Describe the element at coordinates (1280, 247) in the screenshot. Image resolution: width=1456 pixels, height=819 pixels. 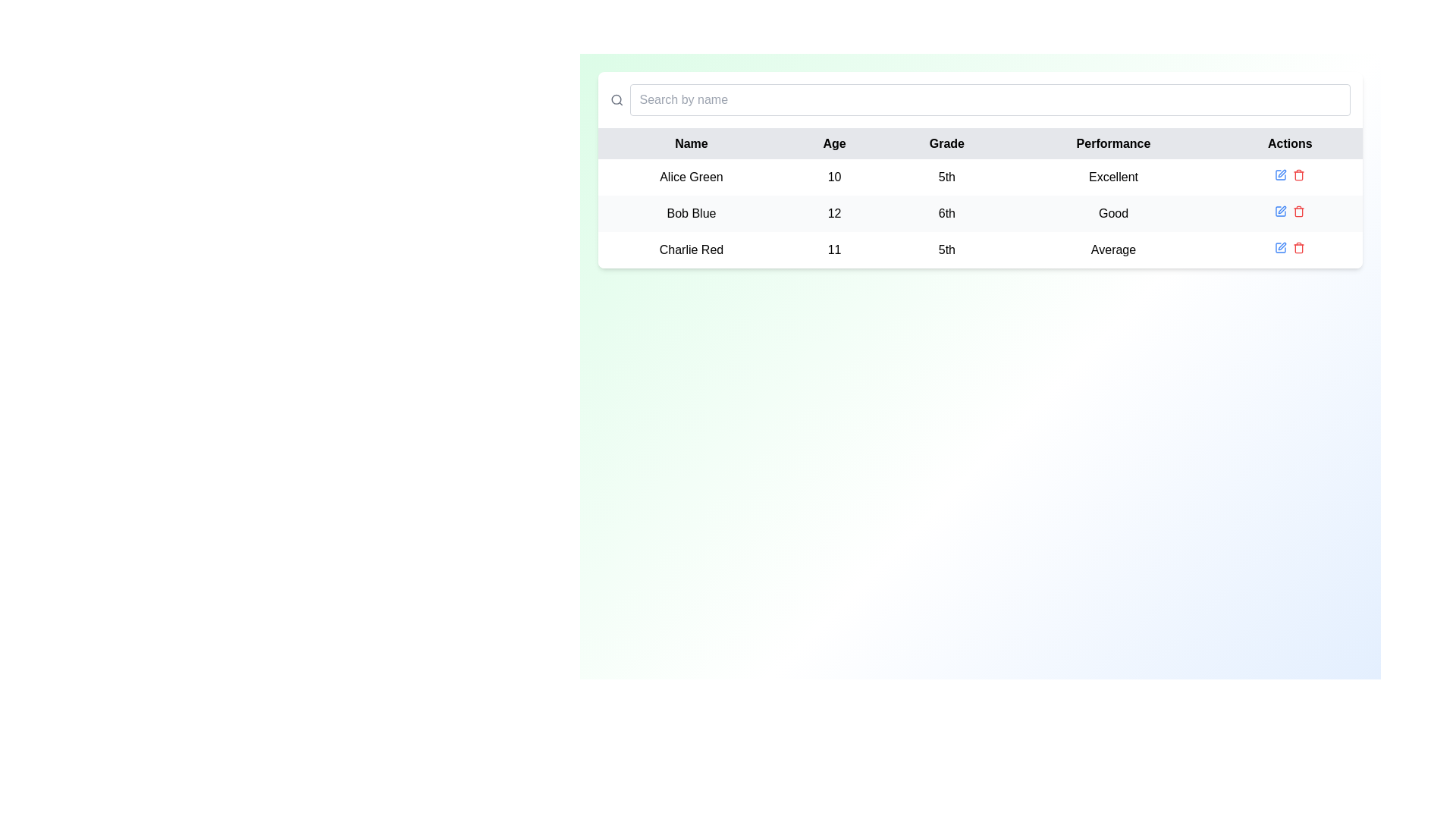
I see `the blue edit icon button in the 'Actions' column of the last row of the displayed table, aligned with the 'Charlie Red' entry` at that location.